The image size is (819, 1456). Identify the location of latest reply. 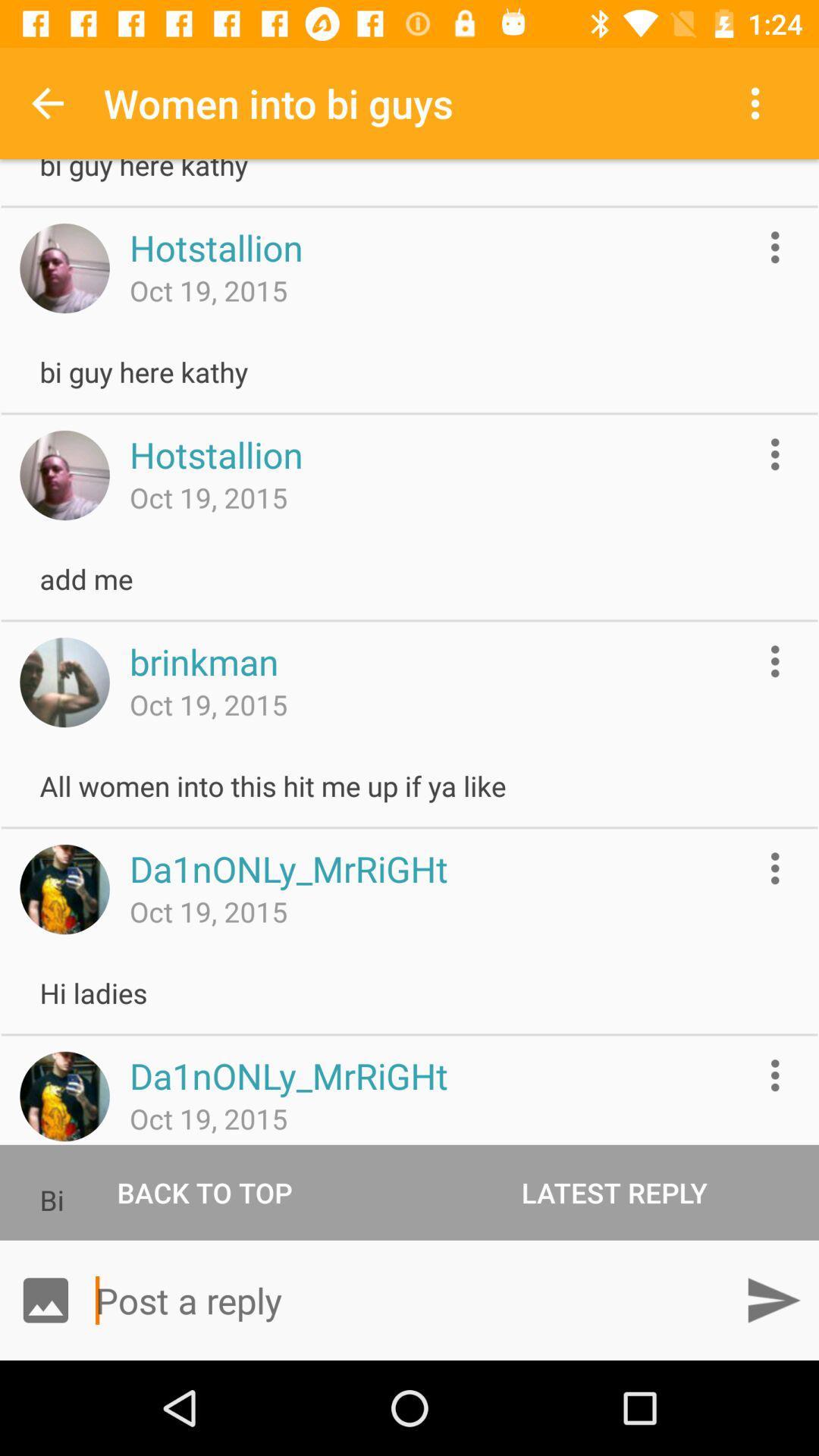
(614, 1191).